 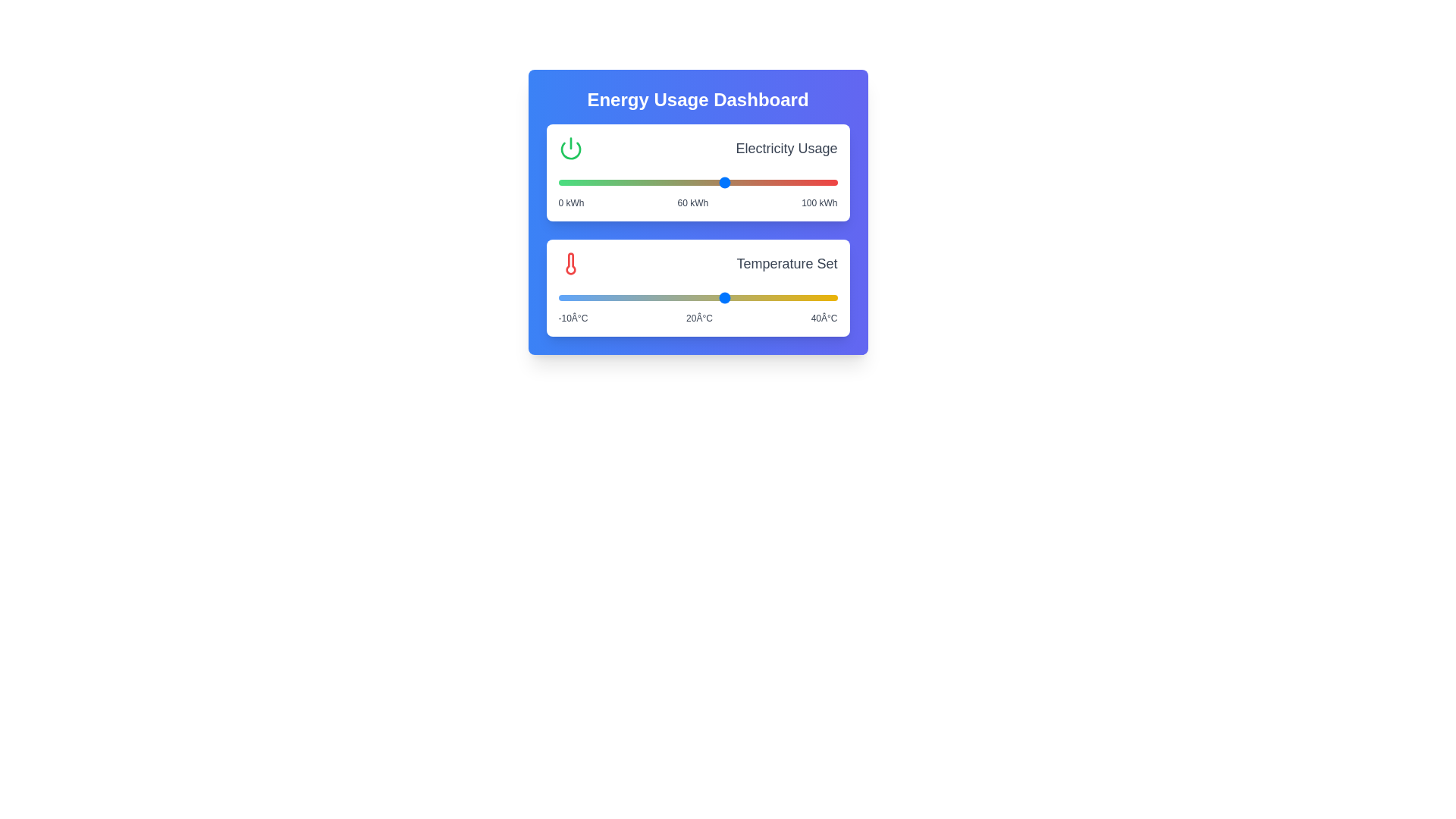 What do you see at coordinates (608, 298) in the screenshot?
I see `the temperature slider to -1°C` at bounding box center [608, 298].